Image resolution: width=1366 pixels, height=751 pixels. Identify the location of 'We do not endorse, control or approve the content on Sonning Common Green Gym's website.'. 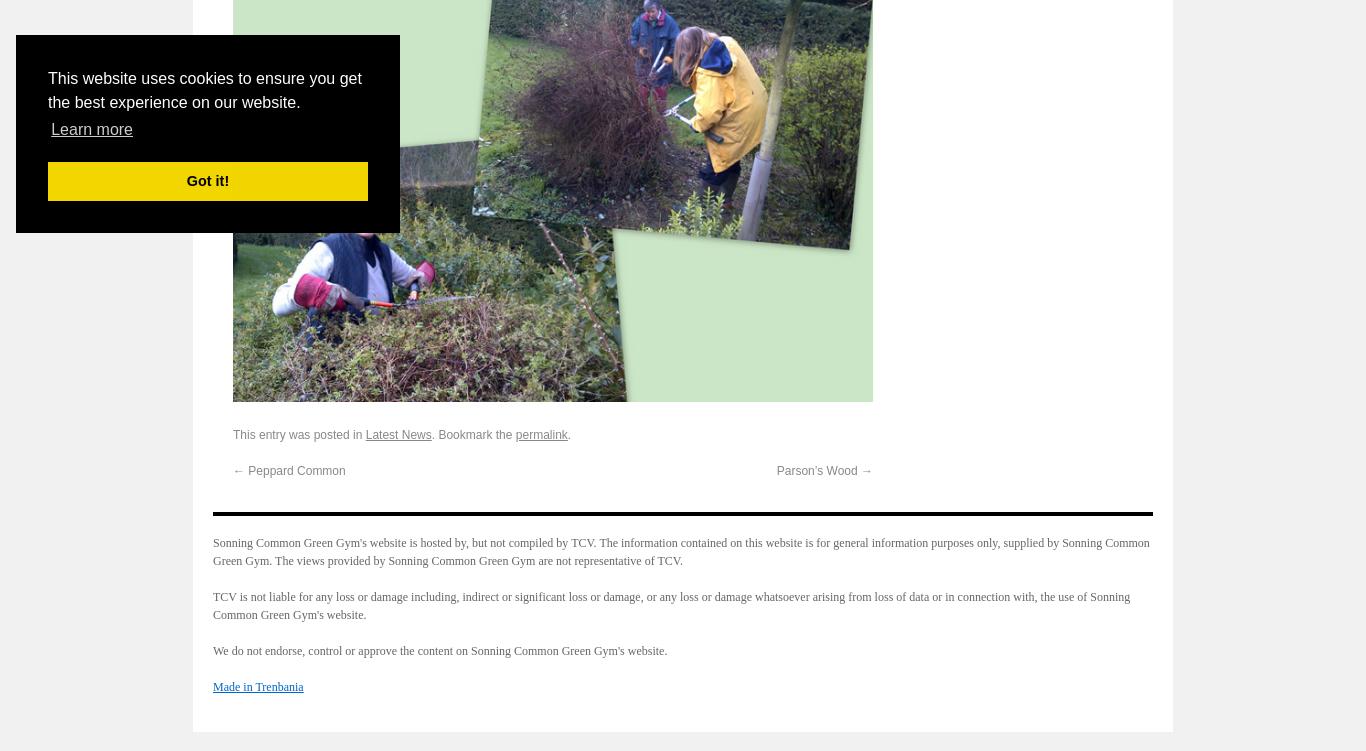
(211, 649).